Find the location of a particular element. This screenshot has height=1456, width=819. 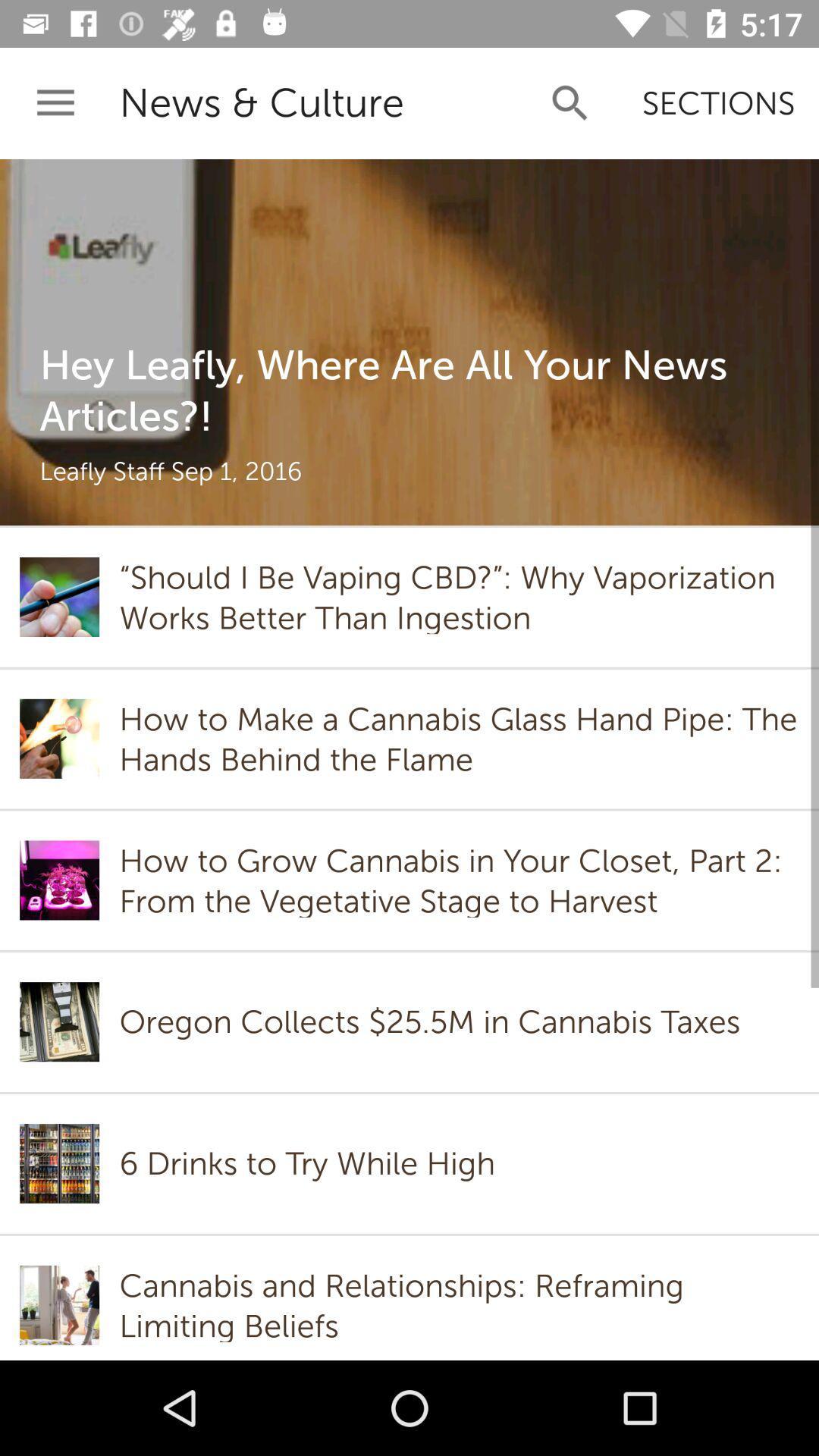

sections is located at coordinates (717, 102).